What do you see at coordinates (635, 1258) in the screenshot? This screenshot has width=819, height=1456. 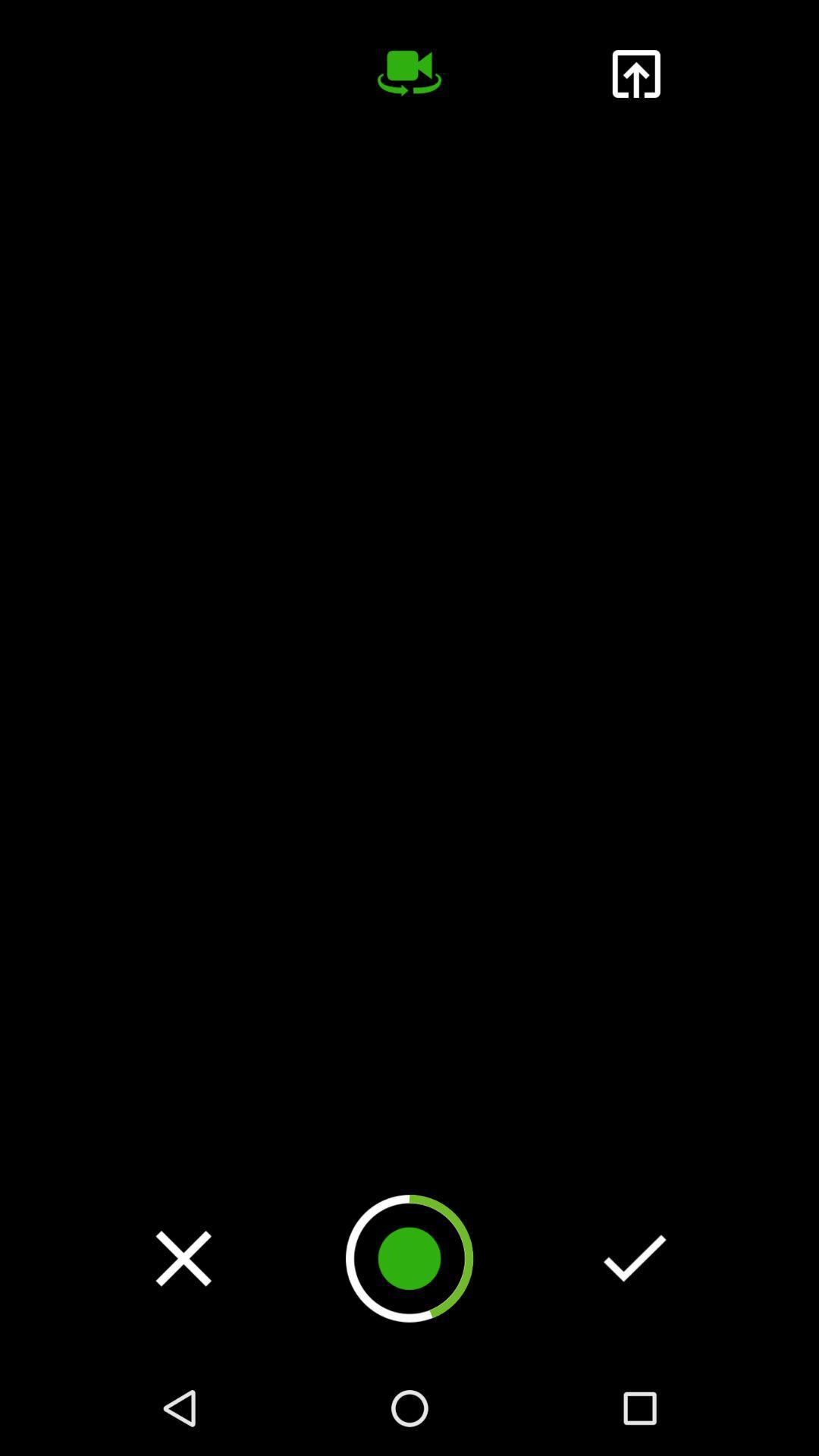 I see `ok done` at bounding box center [635, 1258].